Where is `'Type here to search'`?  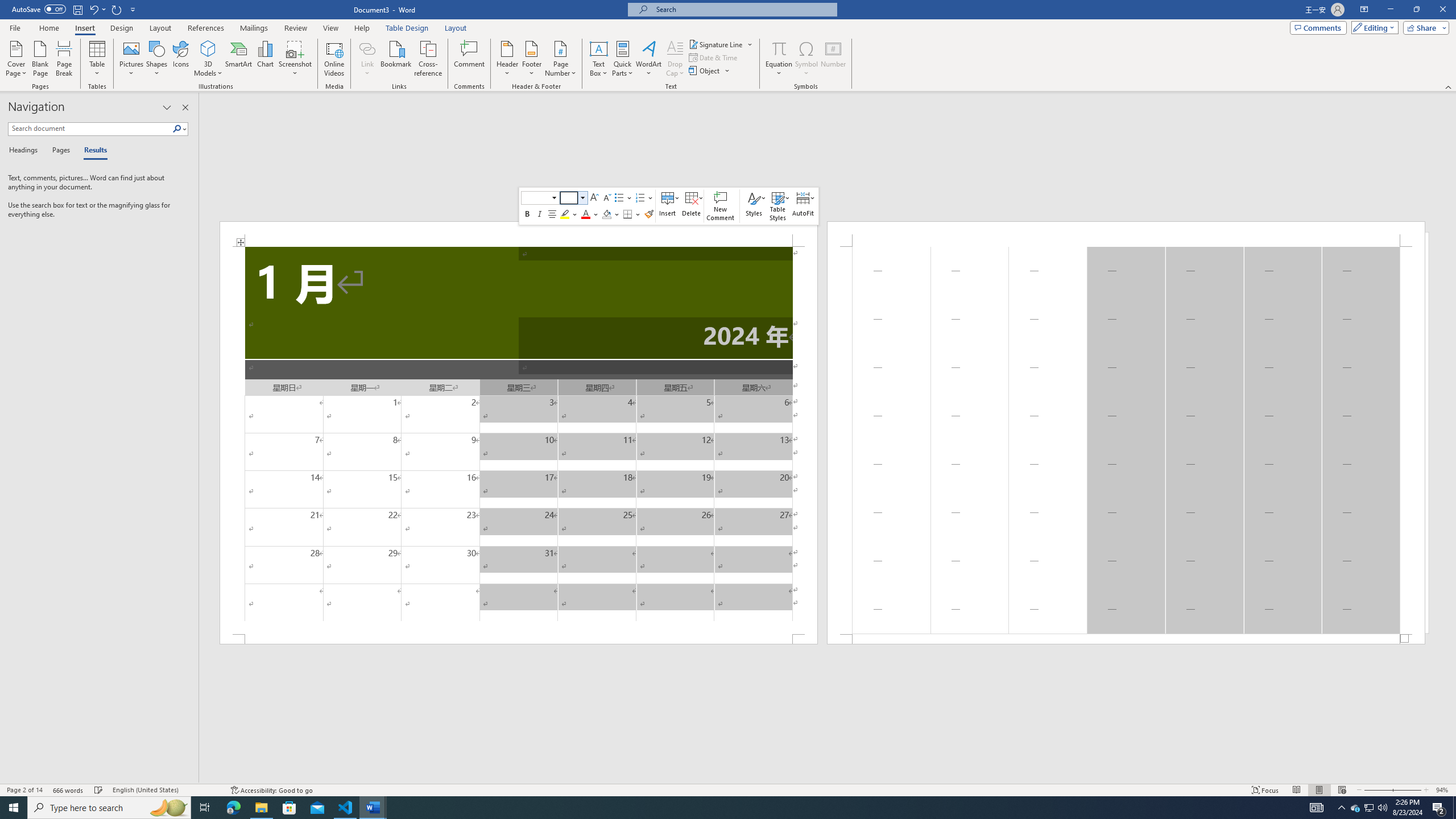
'Type here to search' is located at coordinates (109, 806).